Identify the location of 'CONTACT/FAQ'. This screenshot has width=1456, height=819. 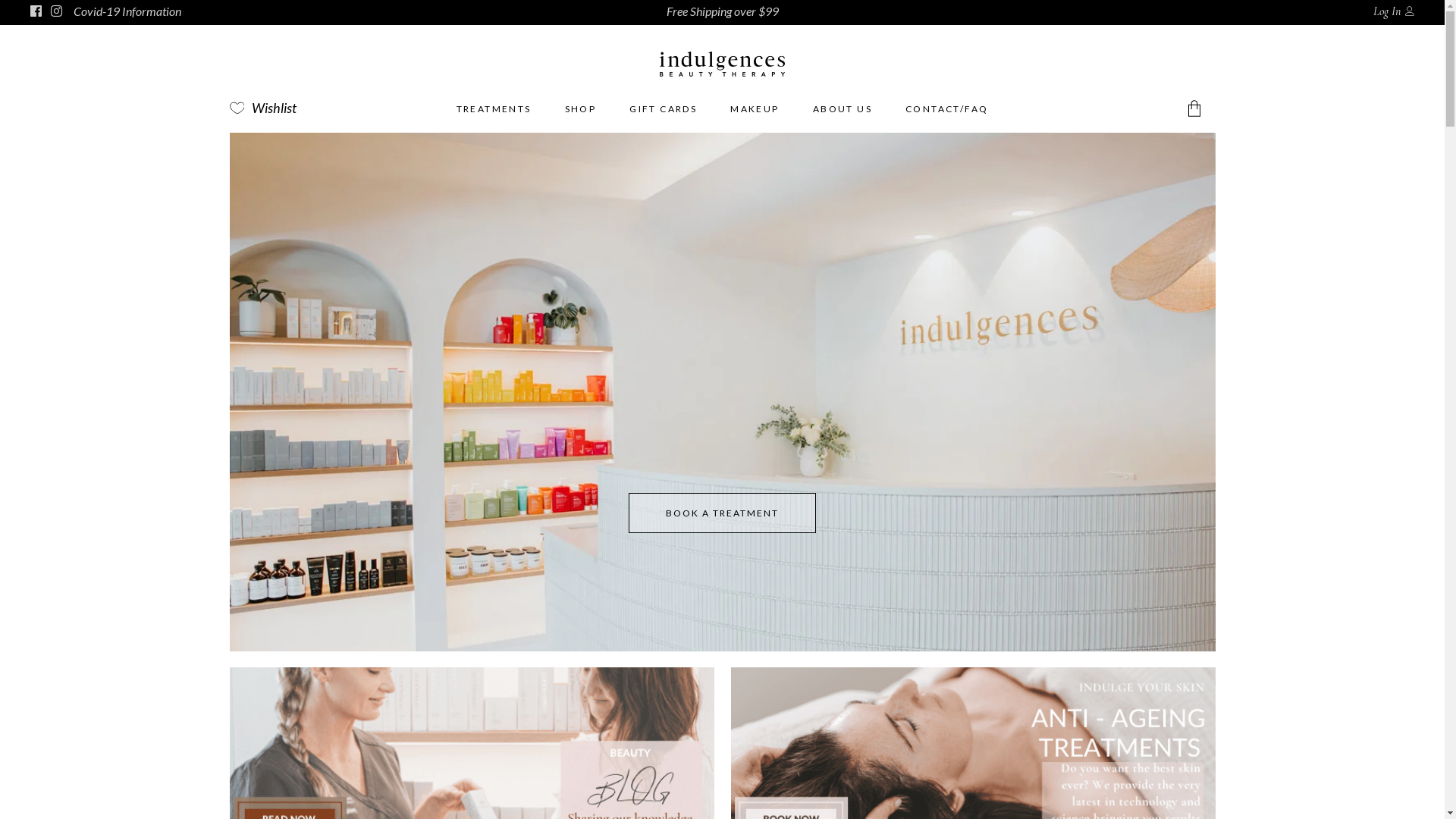
(946, 108).